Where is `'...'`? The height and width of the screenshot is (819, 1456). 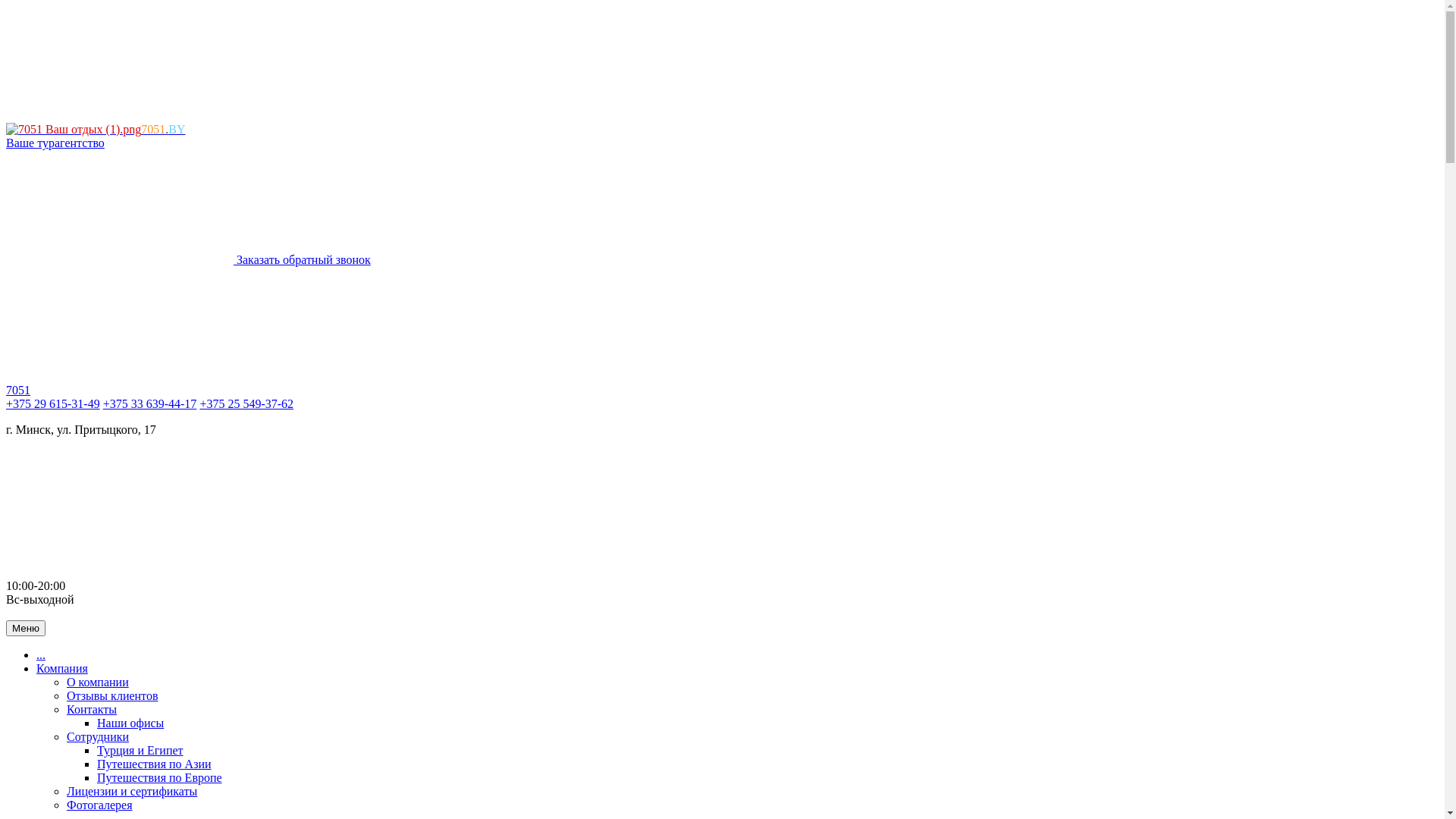
'...' is located at coordinates (40, 654).